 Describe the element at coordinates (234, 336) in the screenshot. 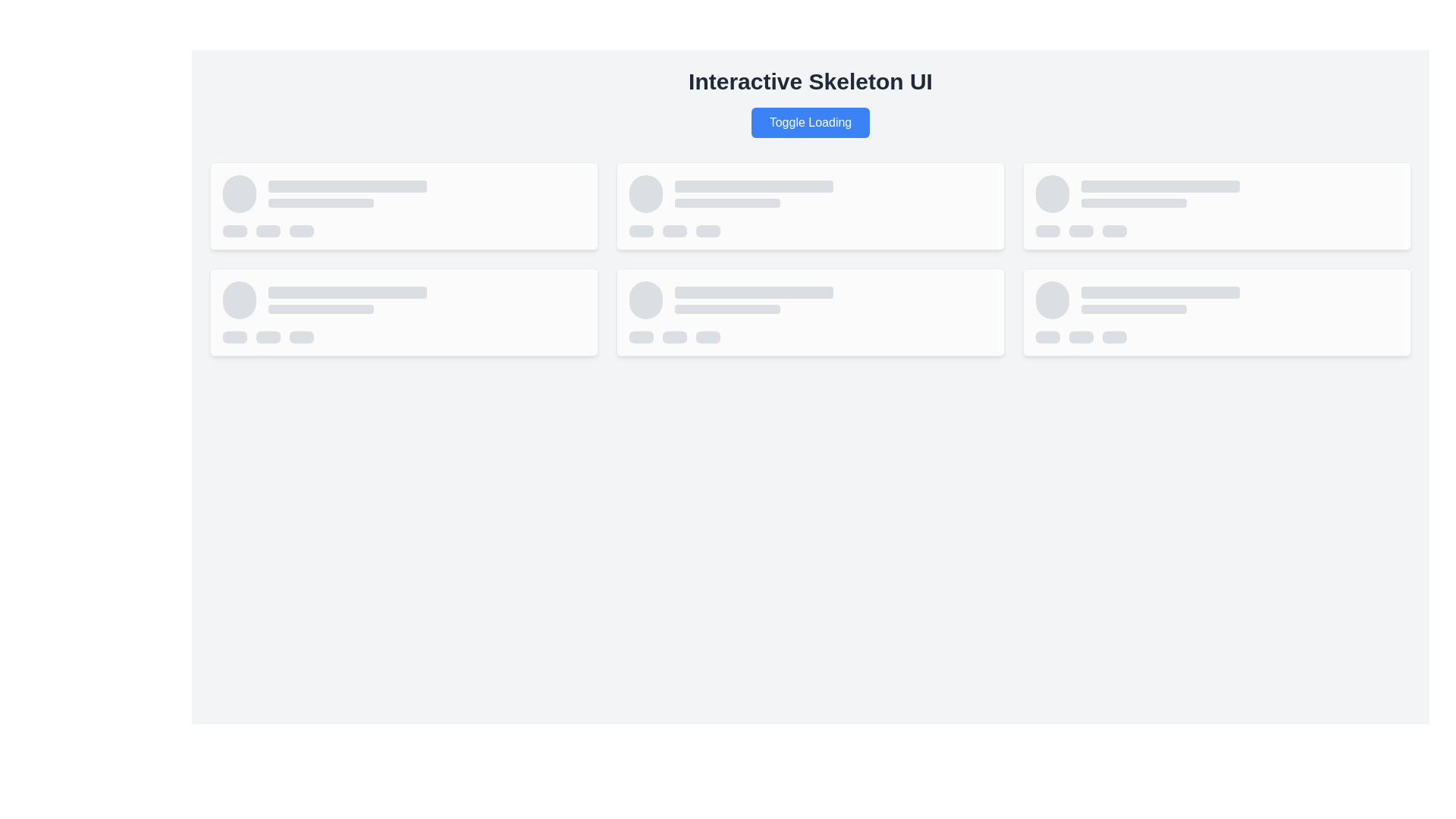

I see `the small rectangular button with rounded corners and a gray background, which is the first button in a horizontal row of three similar buttons` at that location.